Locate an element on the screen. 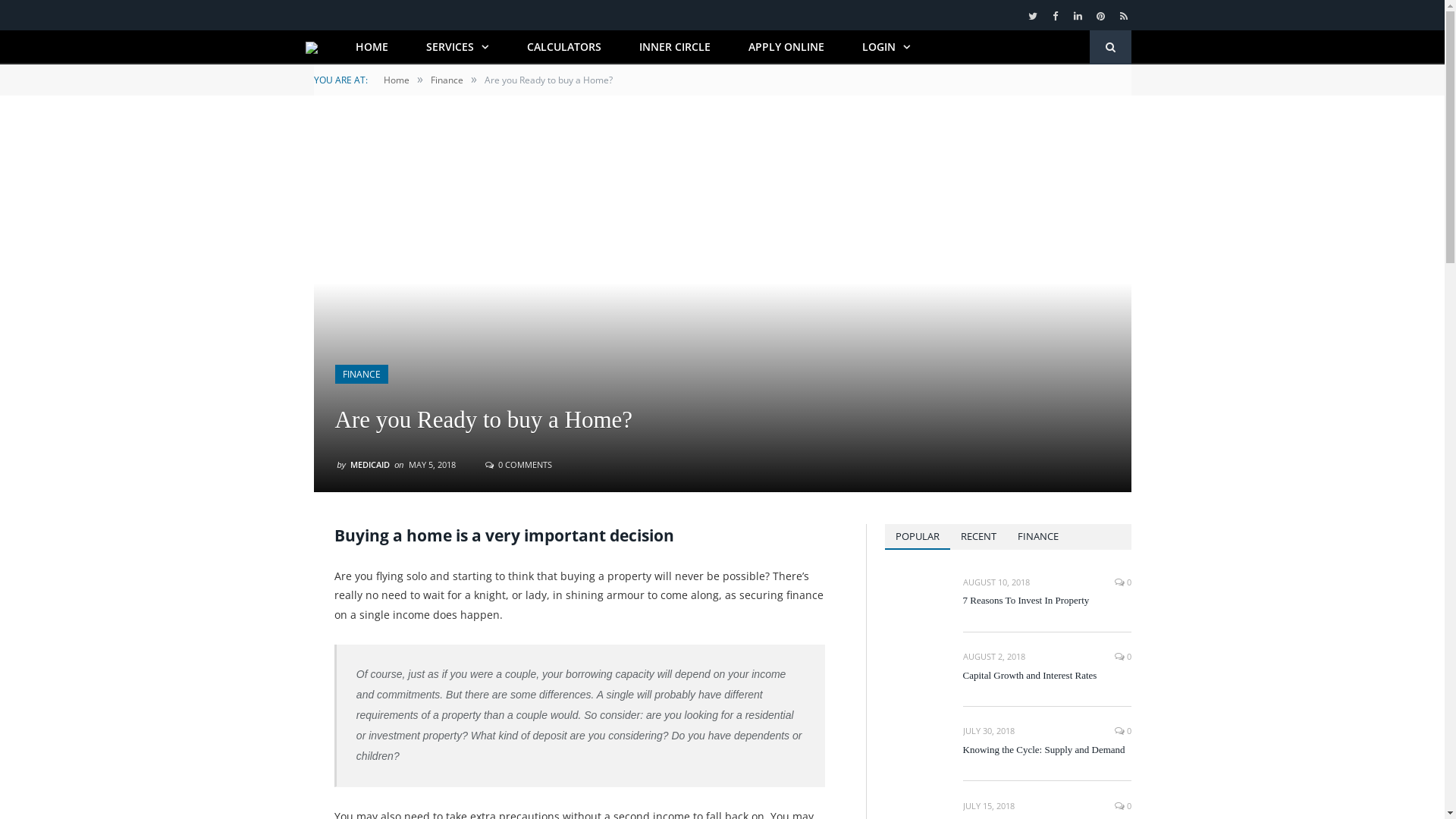 This screenshot has height=819, width=1456. 'SERVICES' is located at coordinates (456, 46).